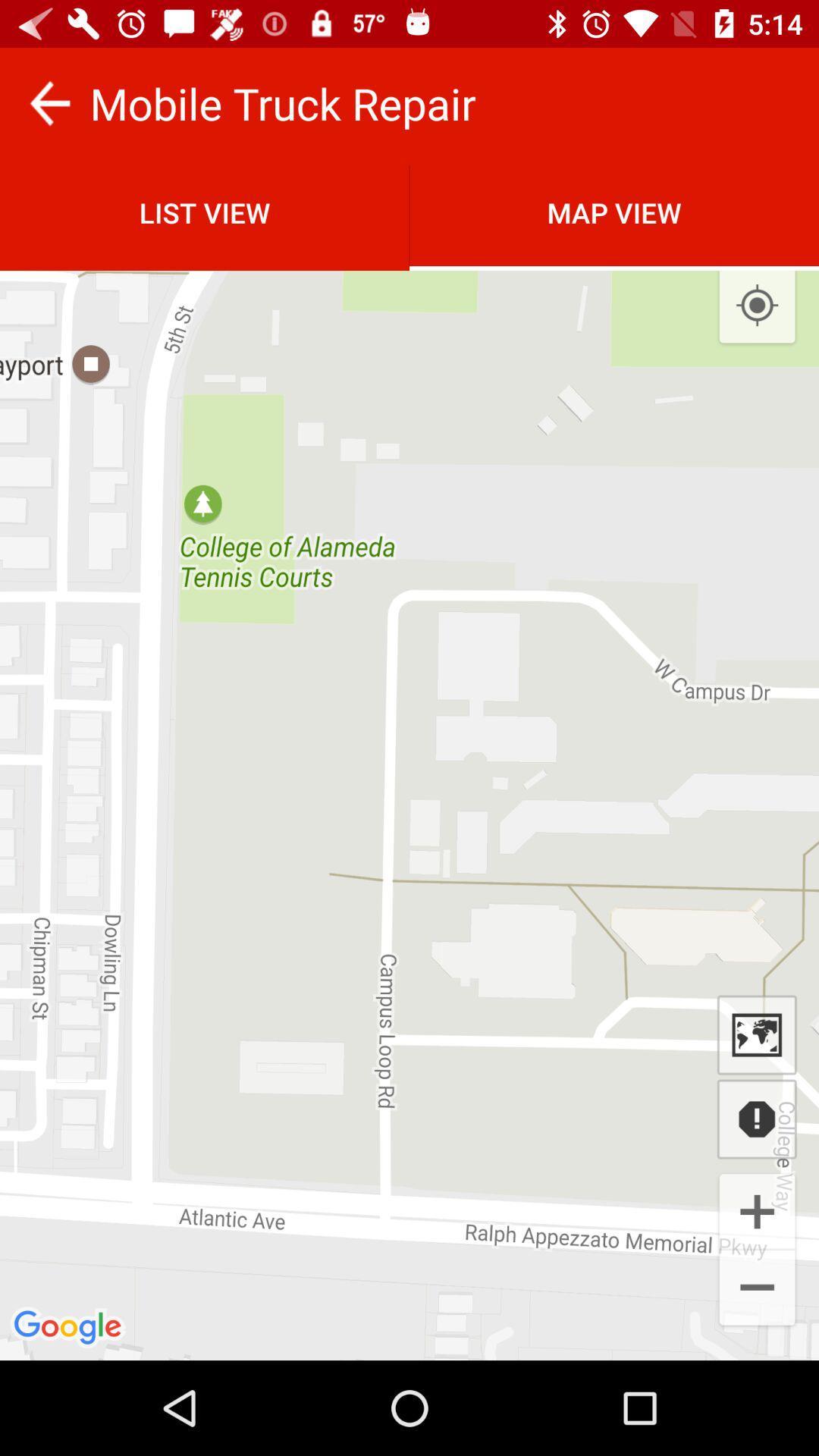  What do you see at coordinates (614, 212) in the screenshot?
I see `item to the right of list view app` at bounding box center [614, 212].